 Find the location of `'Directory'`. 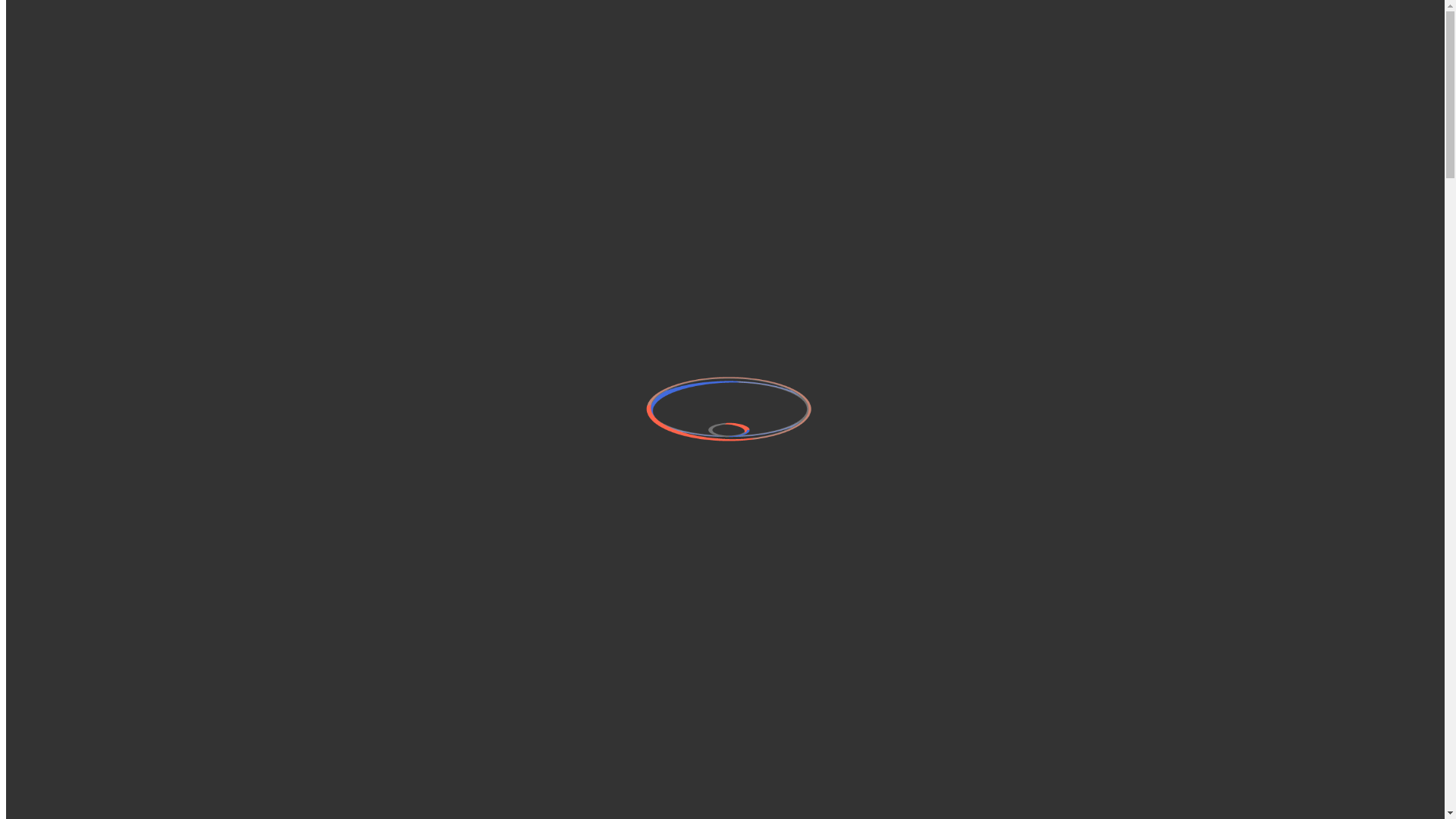

'Directory' is located at coordinates (59, 80).